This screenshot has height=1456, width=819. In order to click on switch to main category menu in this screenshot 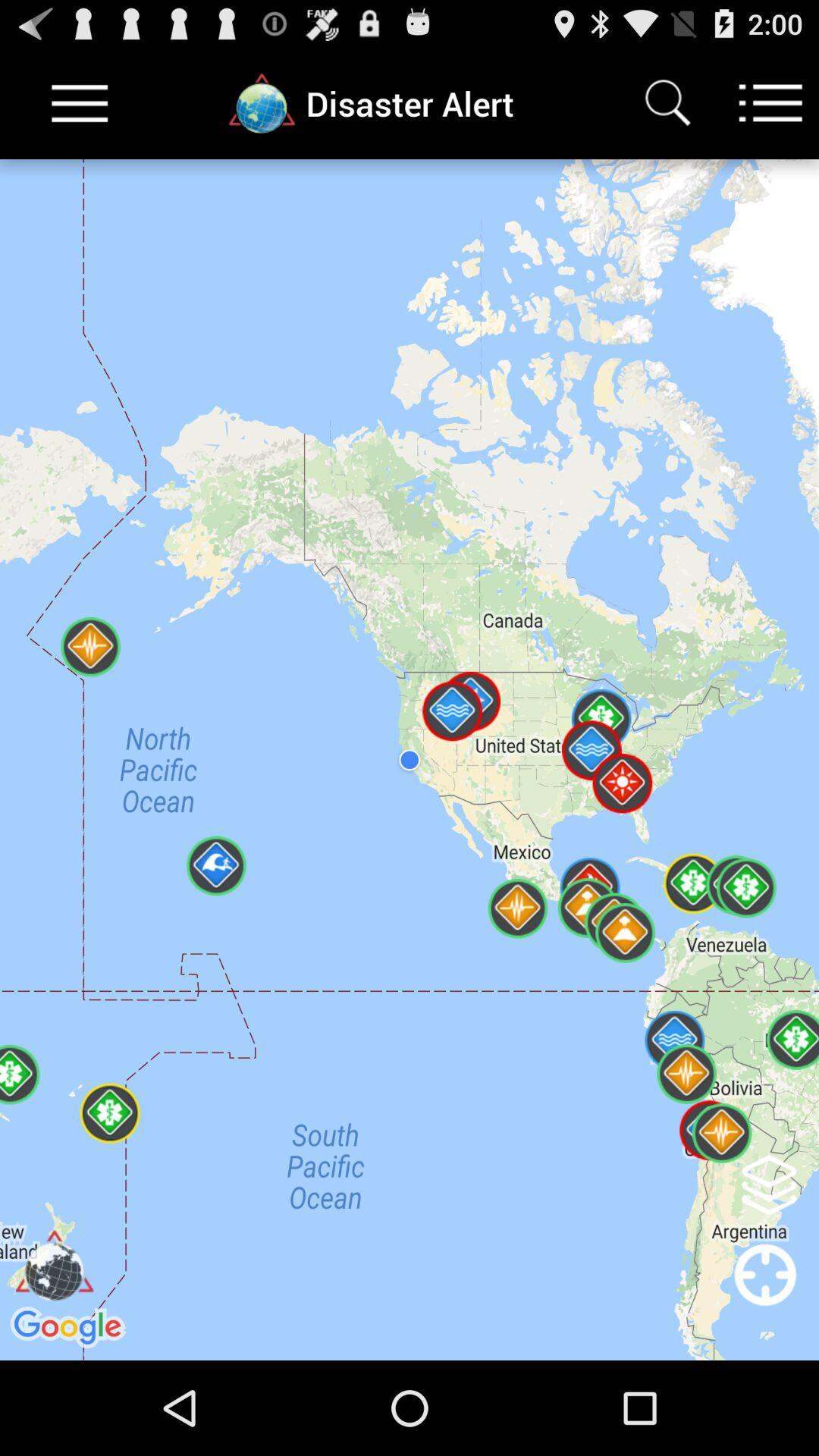, I will do `click(770, 102)`.